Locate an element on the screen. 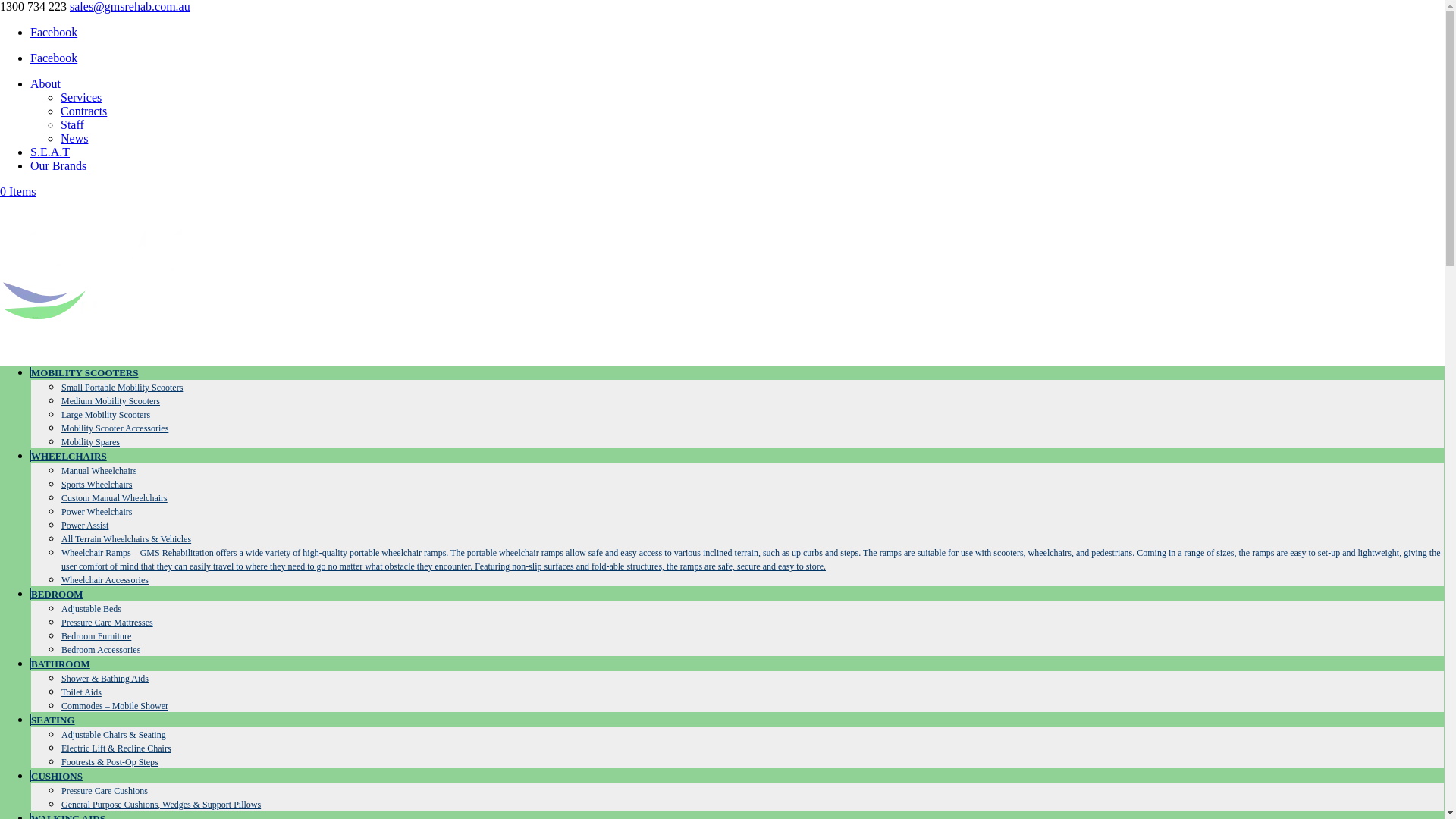 The height and width of the screenshot is (819, 1456). 'BEDROOM' is located at coordinates (57, 593).